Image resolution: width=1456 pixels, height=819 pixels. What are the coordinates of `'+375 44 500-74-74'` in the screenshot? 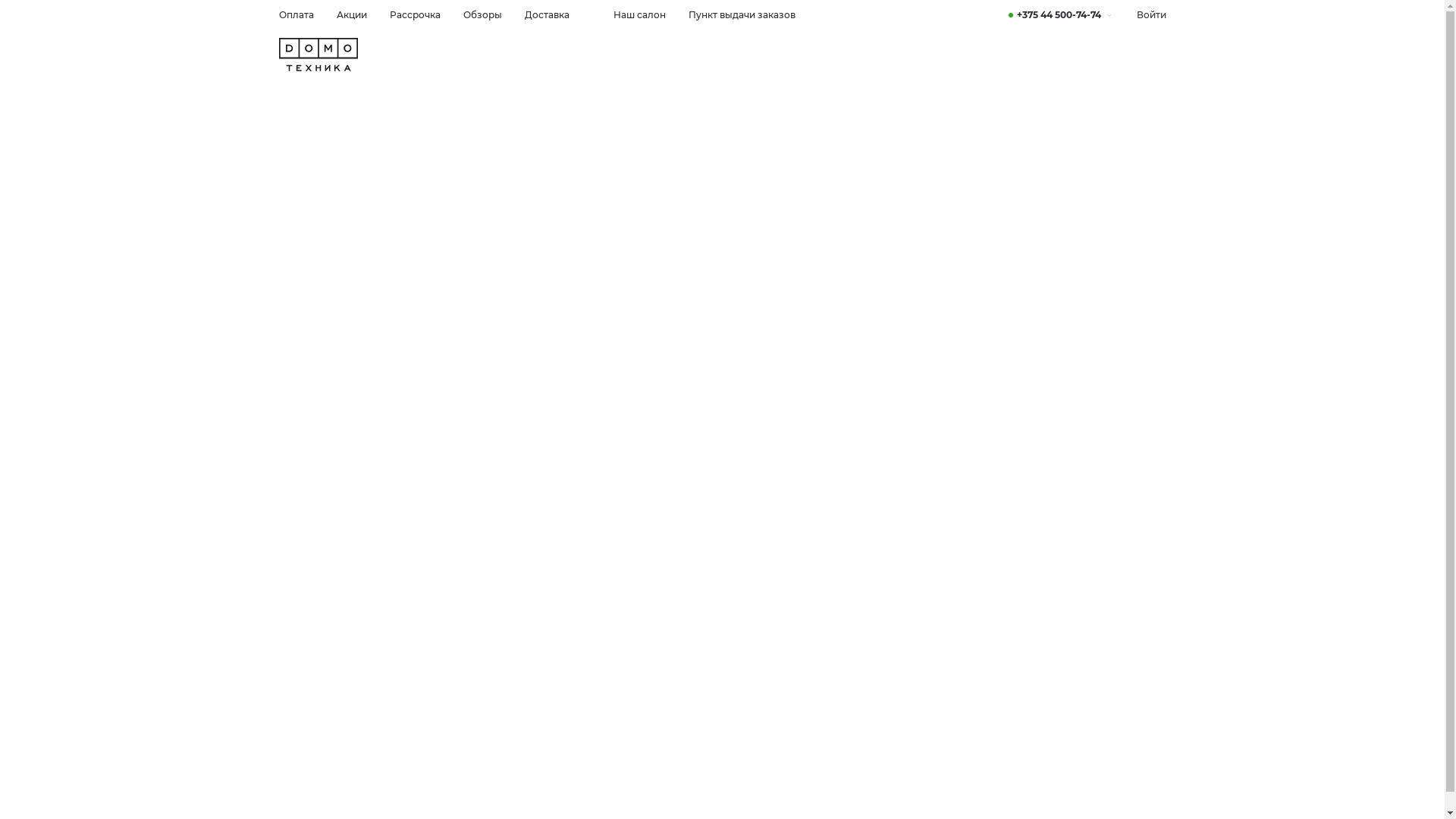 It's located at (1060, 14).